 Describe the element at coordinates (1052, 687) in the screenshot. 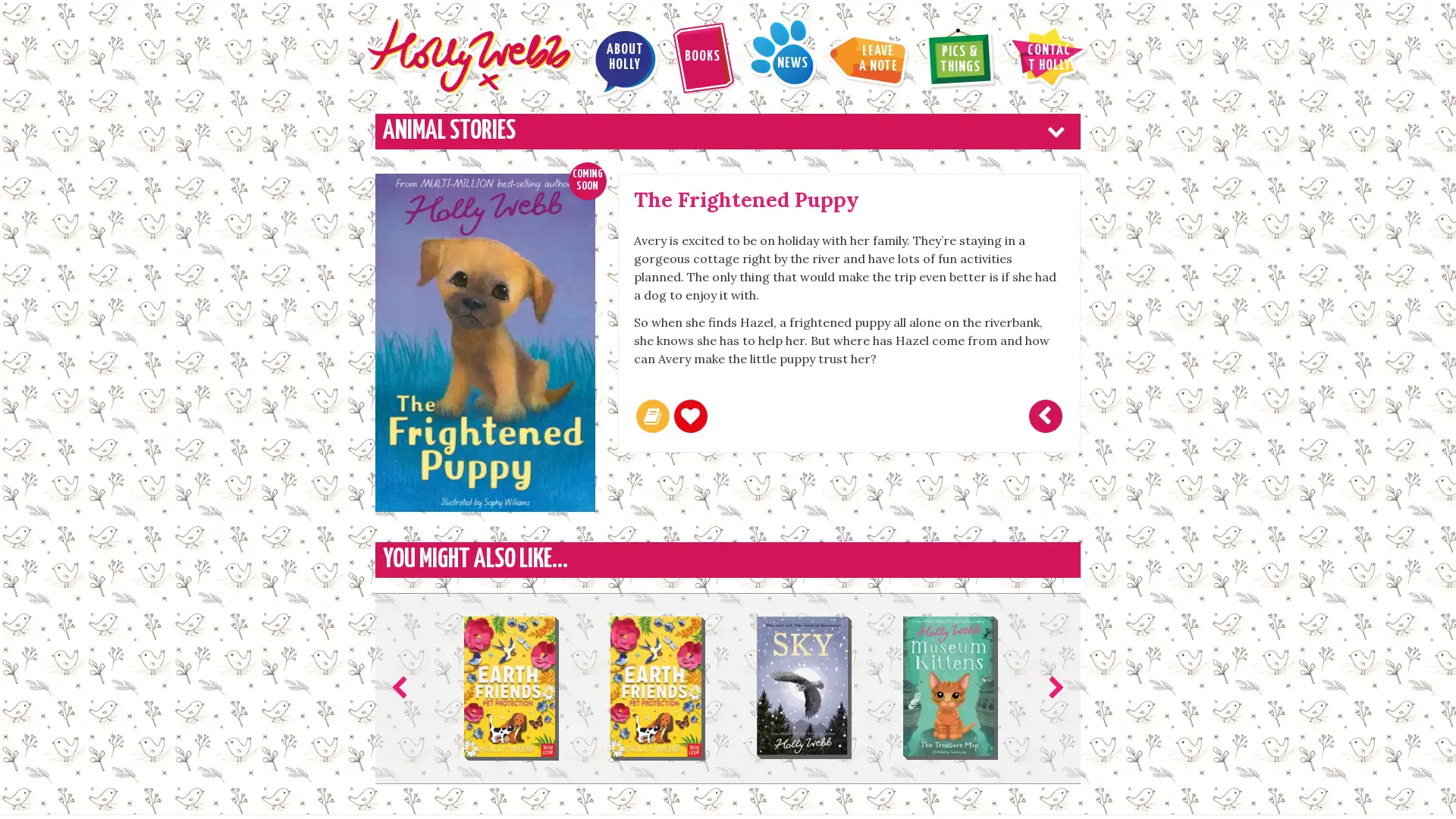

I see `Next` at that location.